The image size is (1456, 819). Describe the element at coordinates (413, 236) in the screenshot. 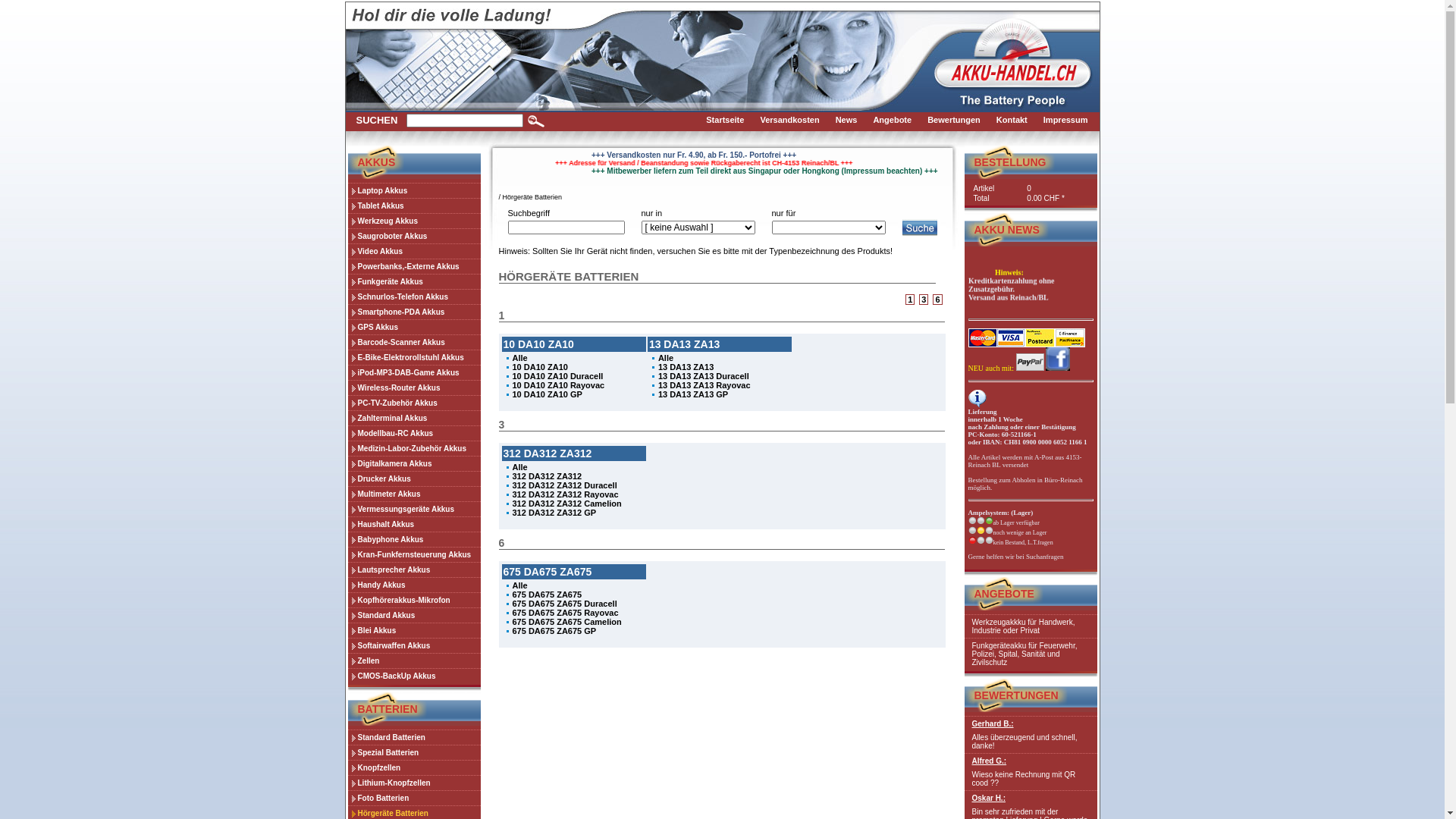

I see `'Saugroboter Akkus'` at that location.